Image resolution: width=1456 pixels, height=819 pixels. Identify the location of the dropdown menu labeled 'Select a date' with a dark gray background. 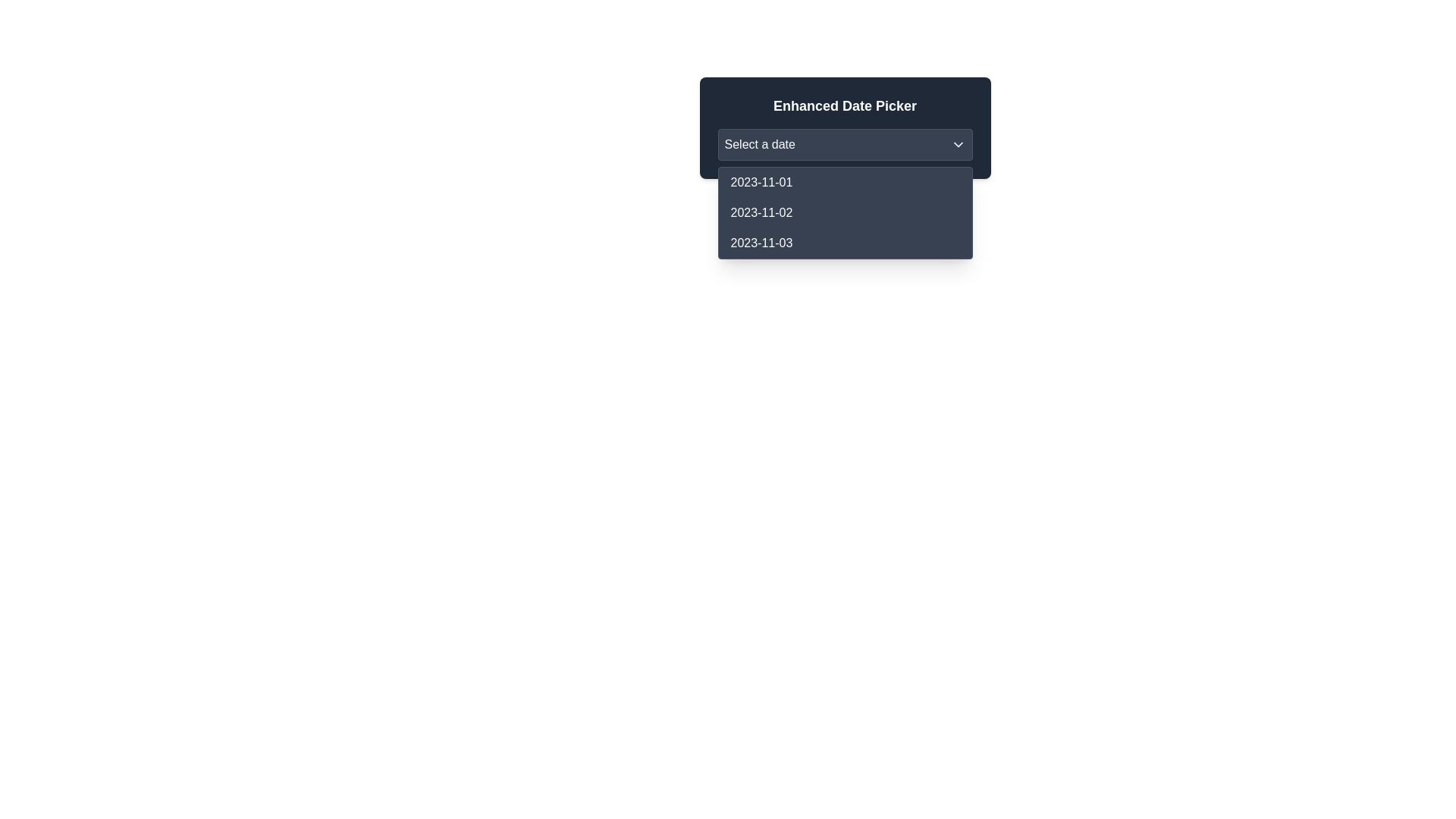
(844, 145).